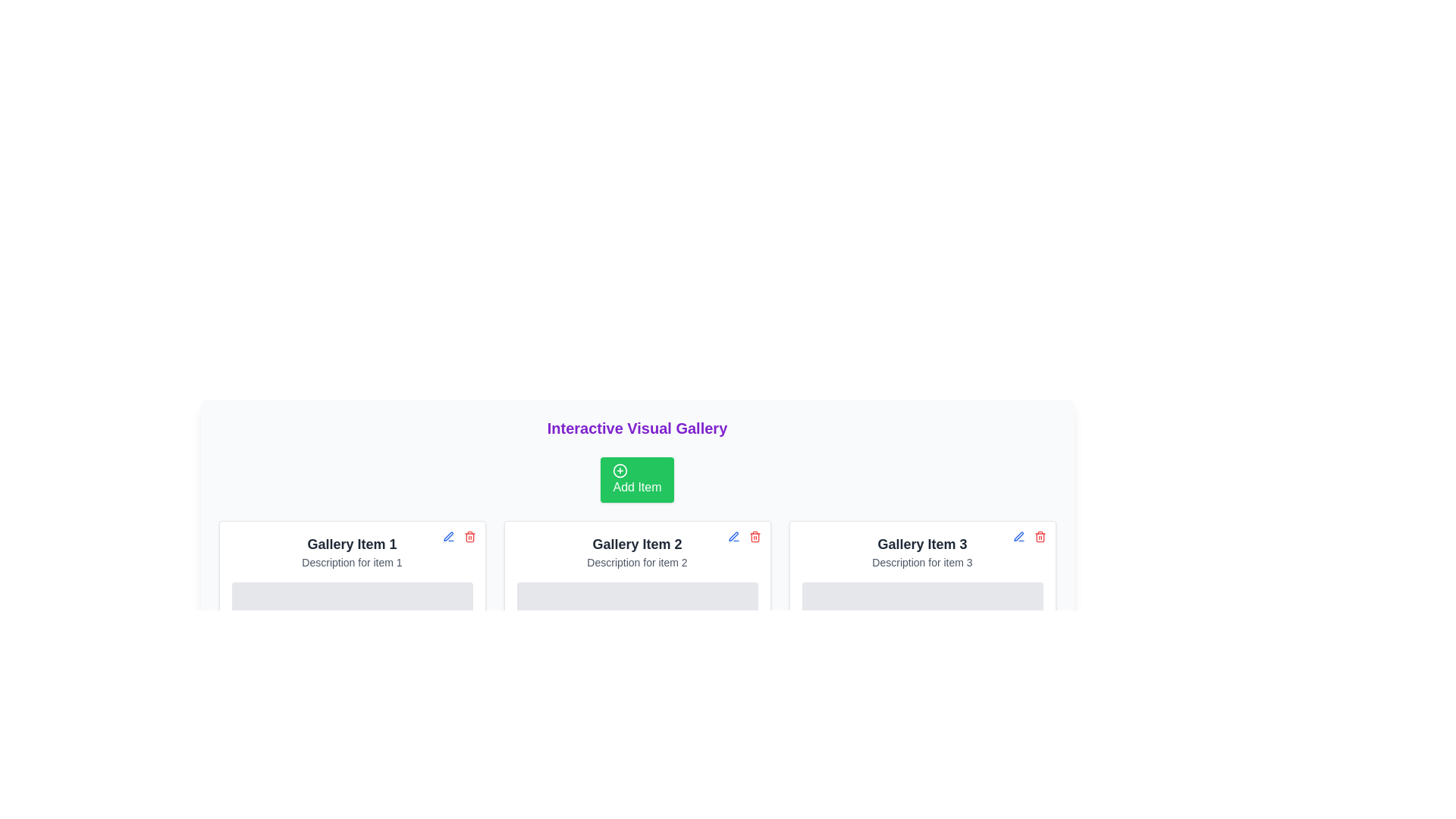 This screenshot has height=819, width=1456. Describe the element at coordinates (458, 536) in the screenshot. I see `the interactive icon group containing the blue pen and red trash icons located at the top-right corner of the card titled 'Gallery Item 1'` at that location.